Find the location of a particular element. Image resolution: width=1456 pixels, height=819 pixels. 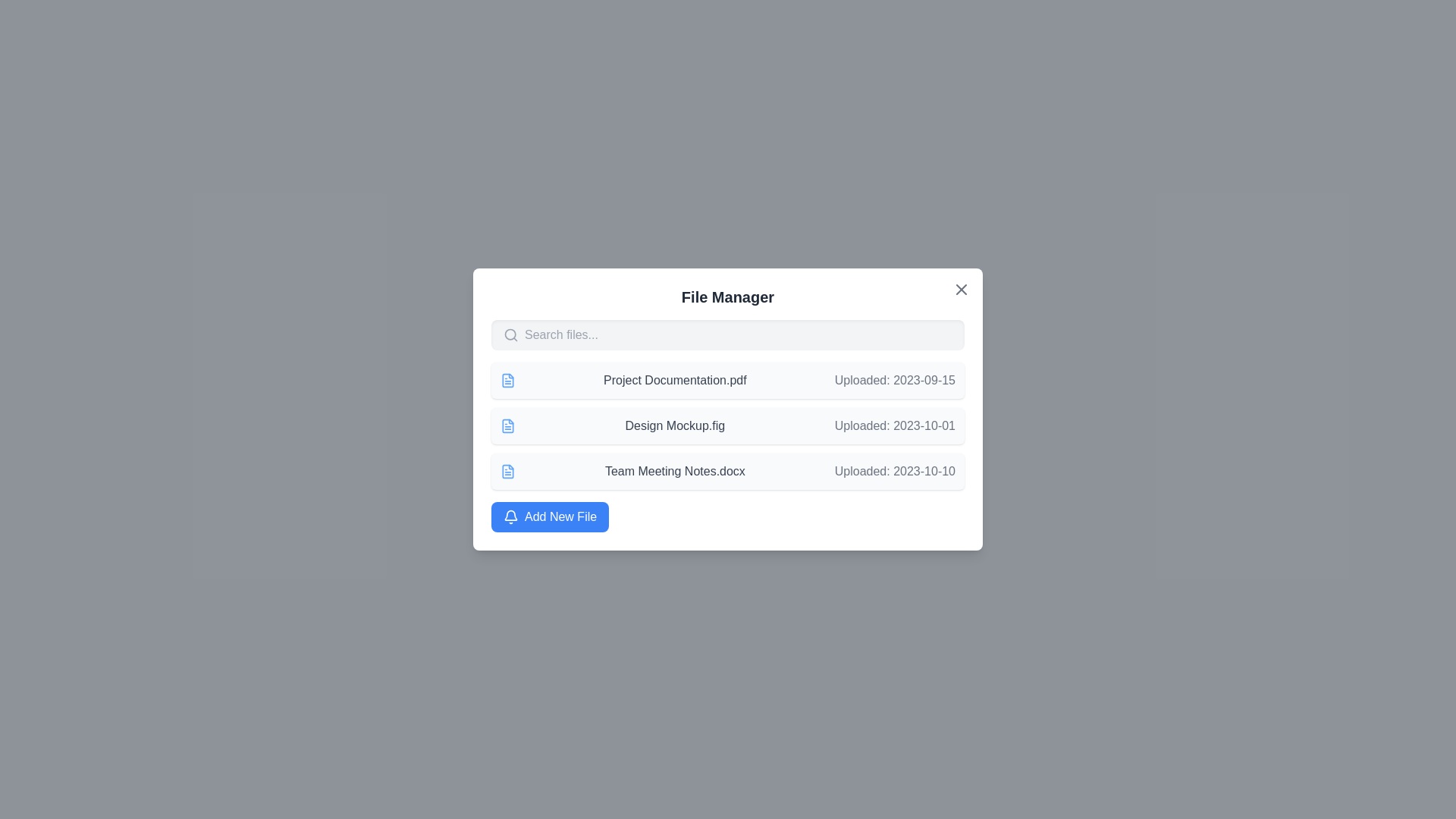

the search icon located to the left of the 'Search files...' input field, which serves as a visual prompt for search functionality is located at coordinates (510, 334).